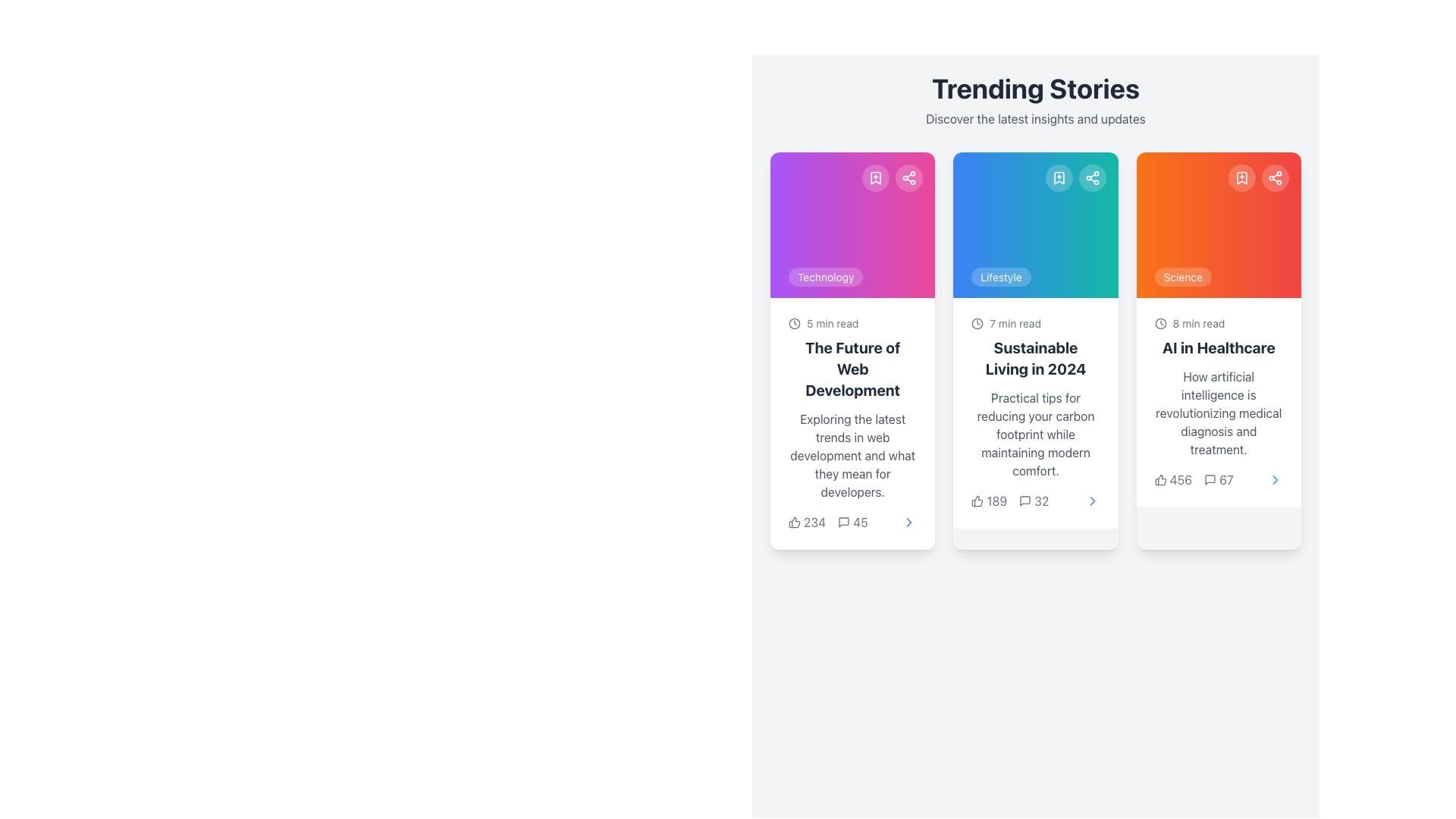 The height and width of the screenshot is (819, 1456). I want to click on displayed interaction metrics for the post labeled 'Sustainable Living in 2024', which includes the thumbs-up icon with 189 likes and the message icon with 32 messages, so click(1010, 500).